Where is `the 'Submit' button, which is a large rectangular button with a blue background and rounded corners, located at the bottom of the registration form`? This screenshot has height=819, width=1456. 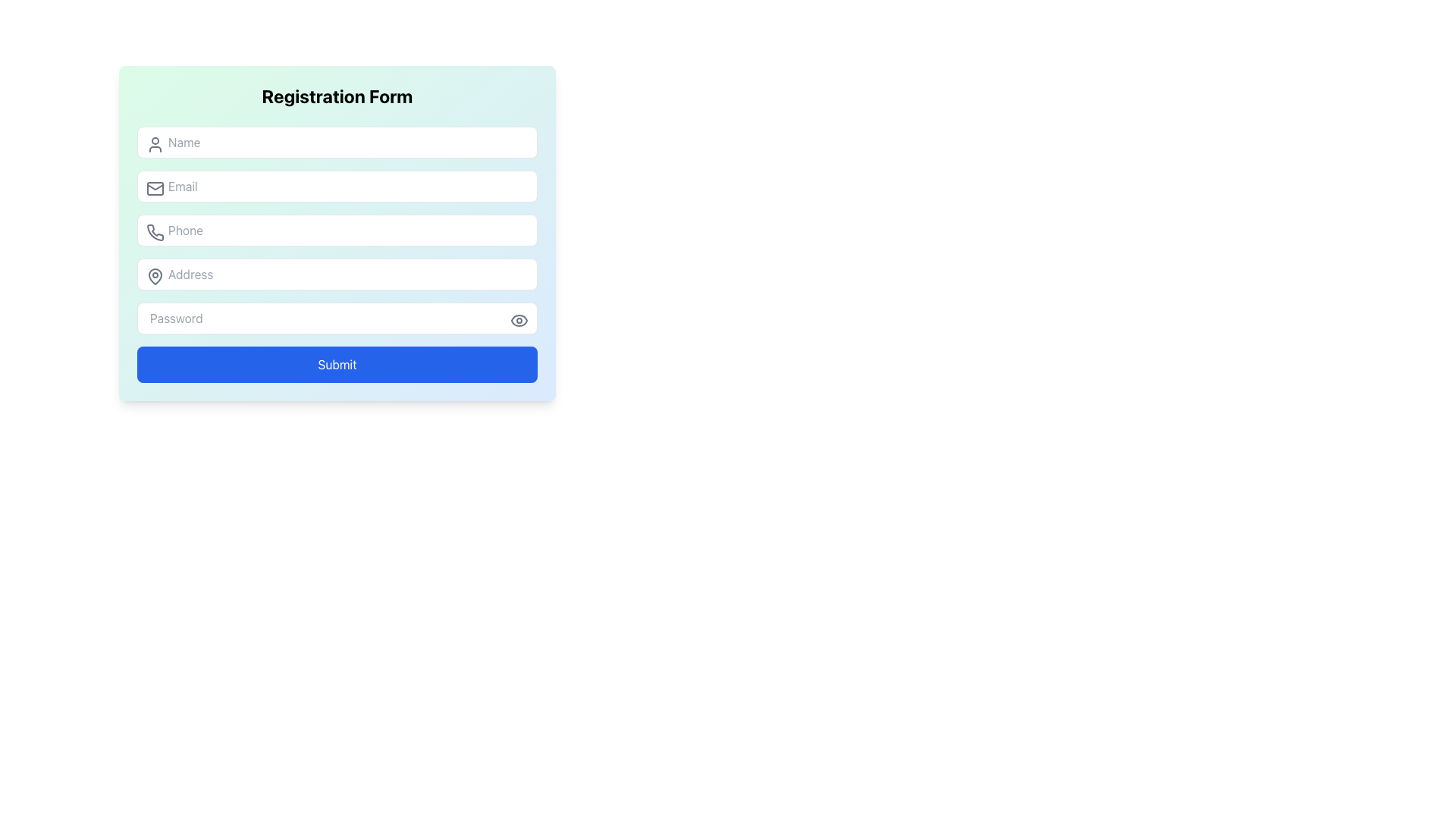 the 'Submit' button, which is a large rectangular button with a blue background and rounded corners, located at the bottom of the registration form is located at coordinates (337, 365).